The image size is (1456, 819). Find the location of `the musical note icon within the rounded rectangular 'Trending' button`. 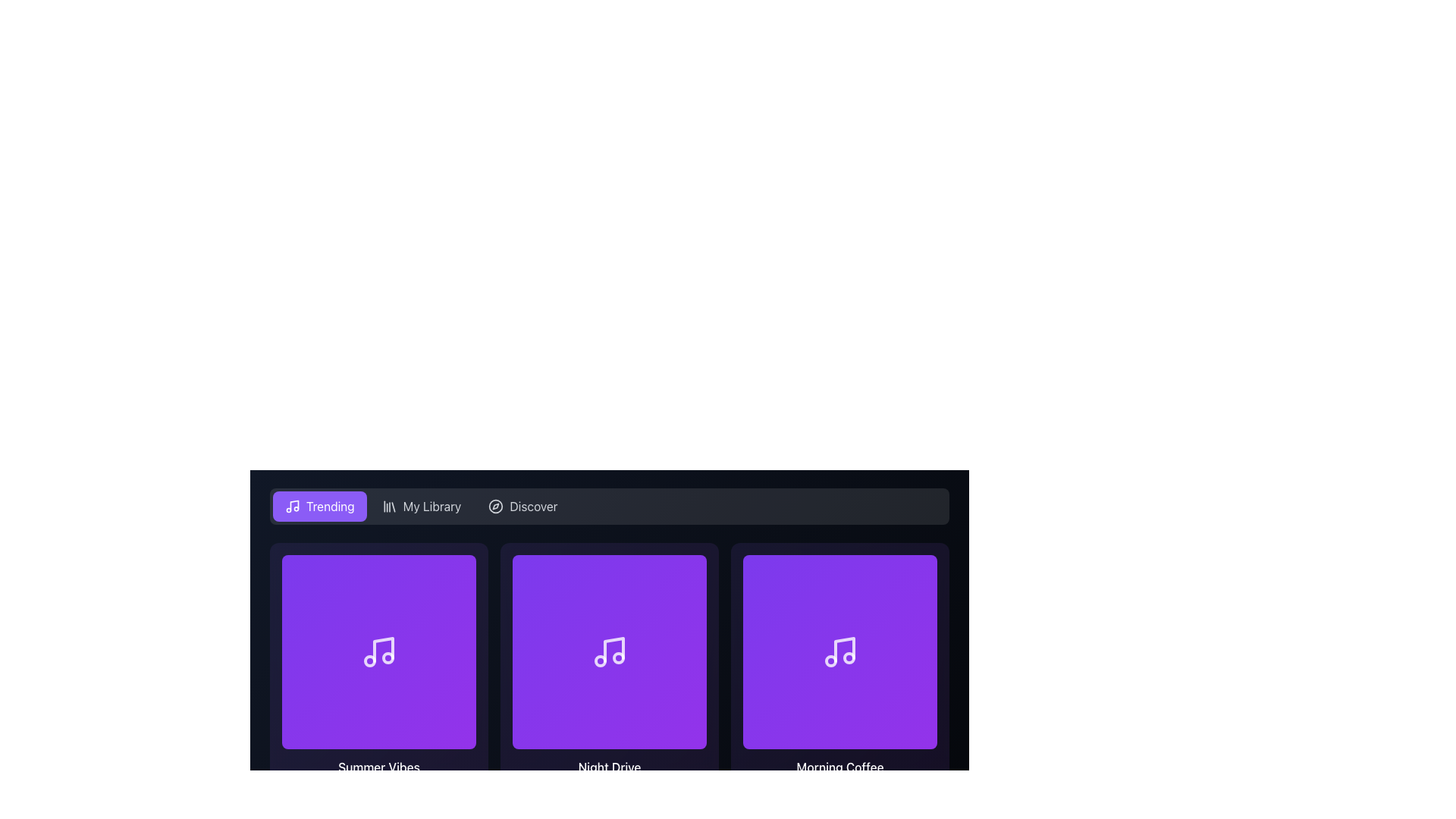

the musical note icon within the rounded rectangular 'Trending' button is located at coordinates (292, 506).